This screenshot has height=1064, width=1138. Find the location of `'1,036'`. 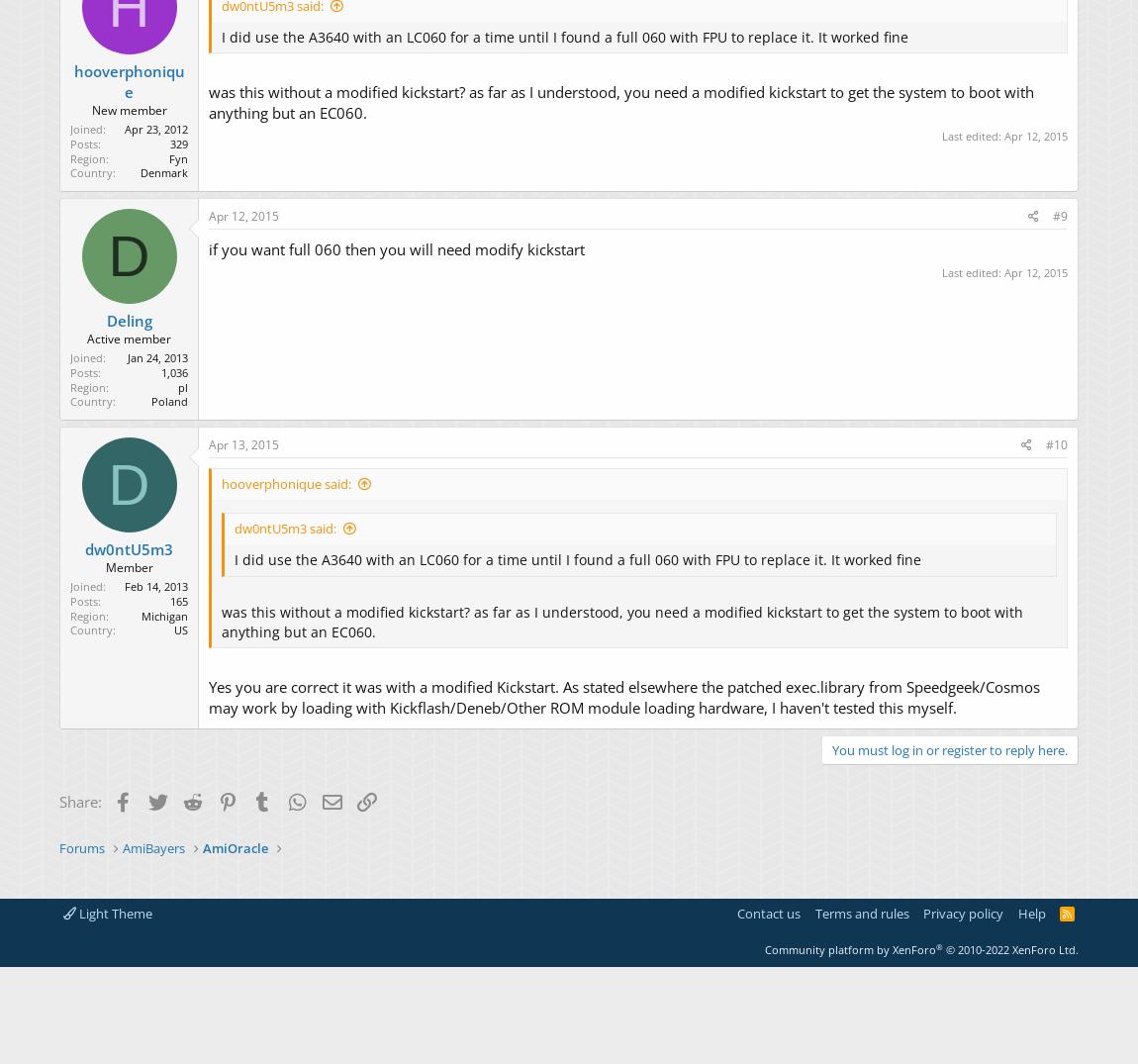

'1,036' is located at coordinates (173, 372).